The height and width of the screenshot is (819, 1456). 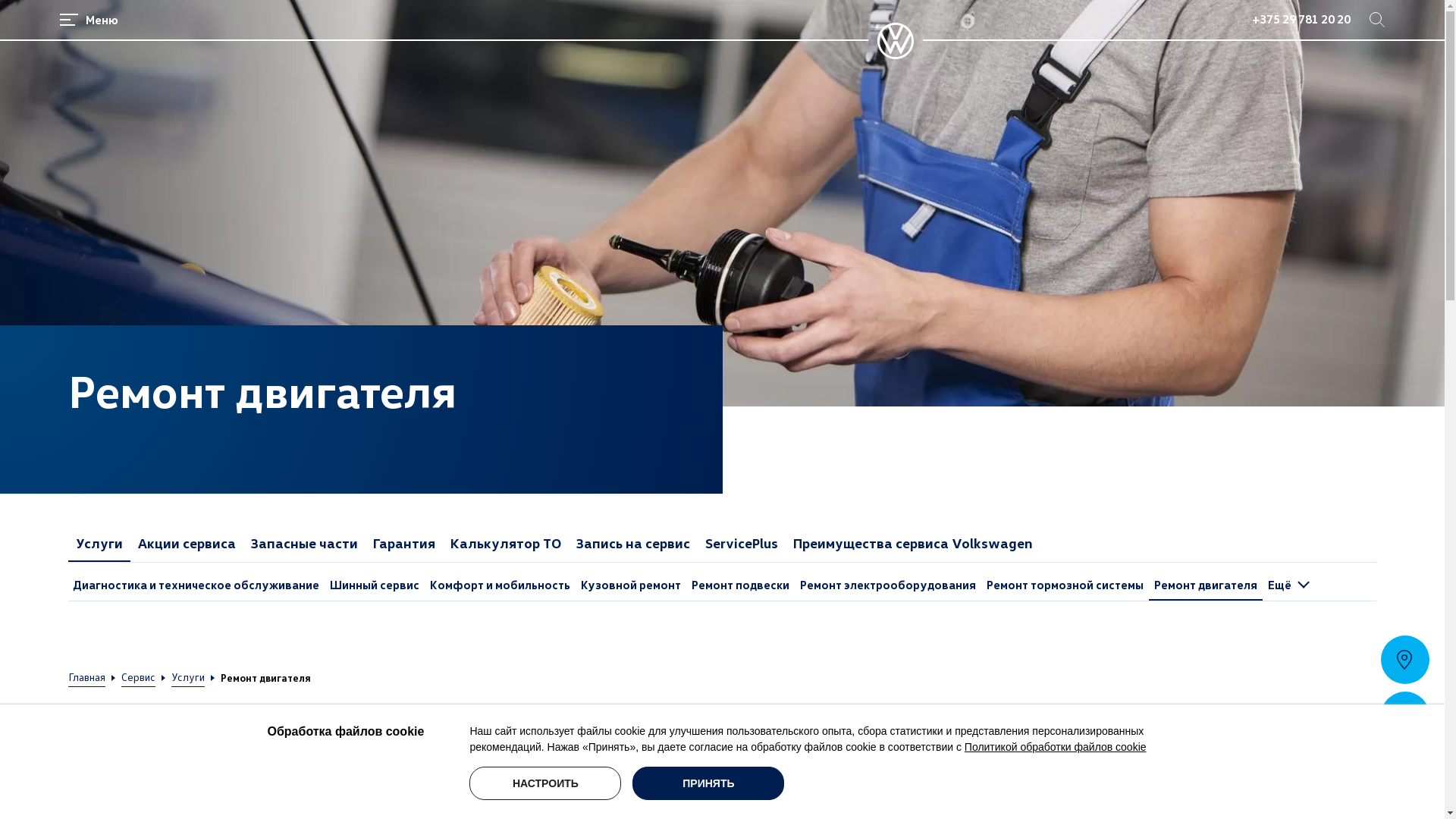 I want to click on '+375 29 781 20 20', so click(x=1252, y=20).